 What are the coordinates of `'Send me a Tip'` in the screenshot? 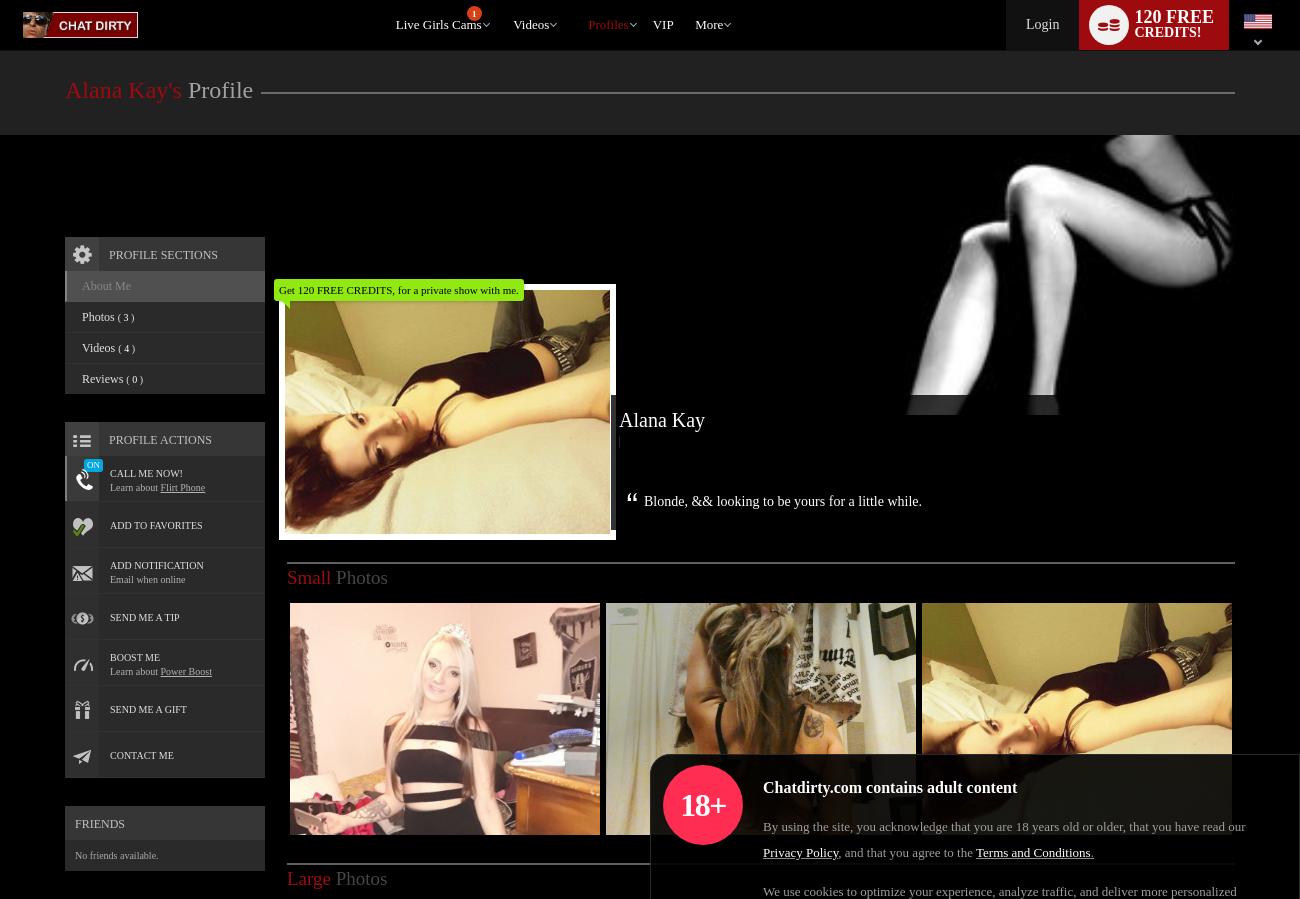 It's located at (108, 616).